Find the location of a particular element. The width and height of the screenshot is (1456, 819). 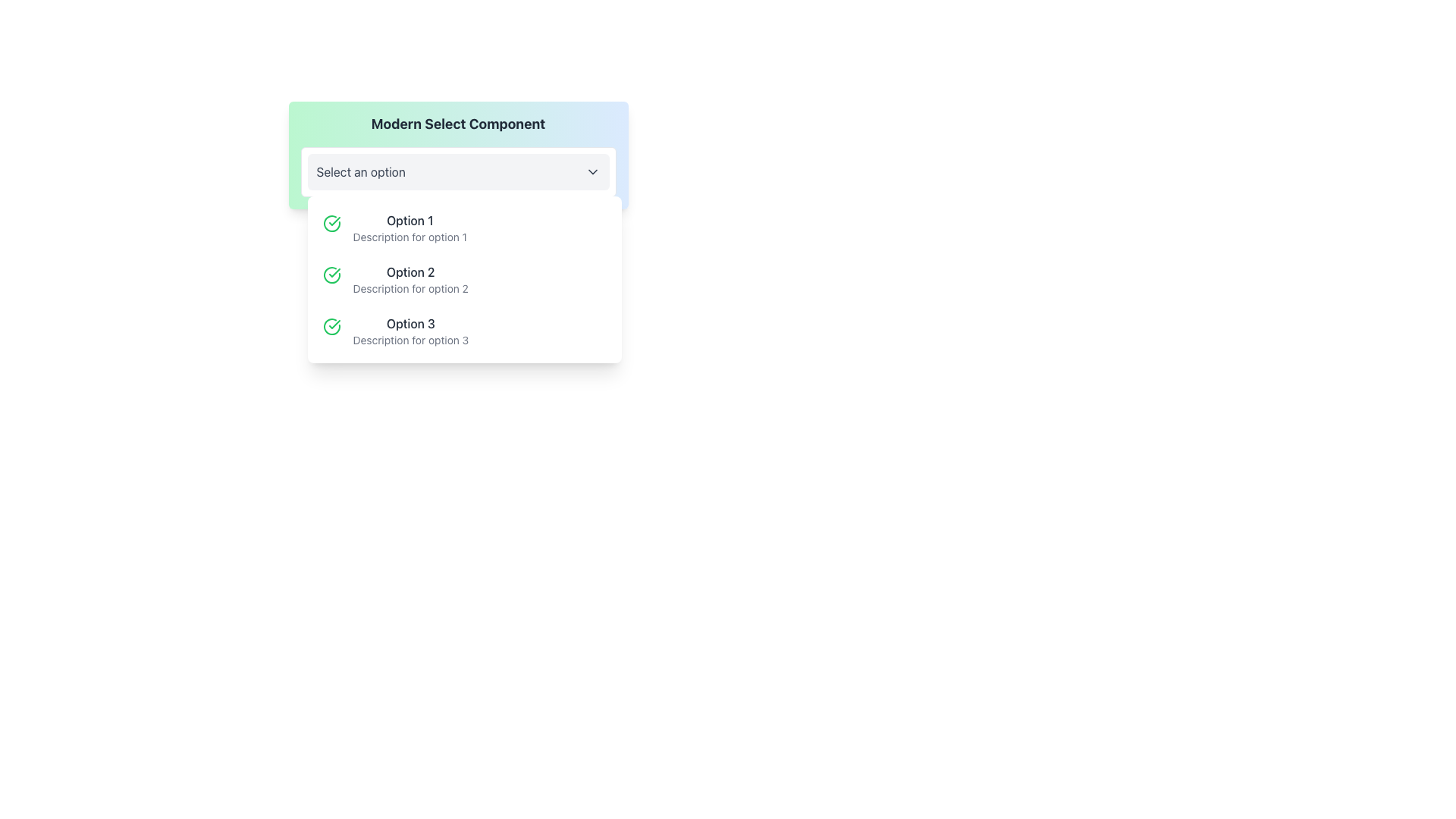

the second option label in the dropdown list, which is positioned between 'Option 1' and 'Option 3' is located at coordinates (410, 271).